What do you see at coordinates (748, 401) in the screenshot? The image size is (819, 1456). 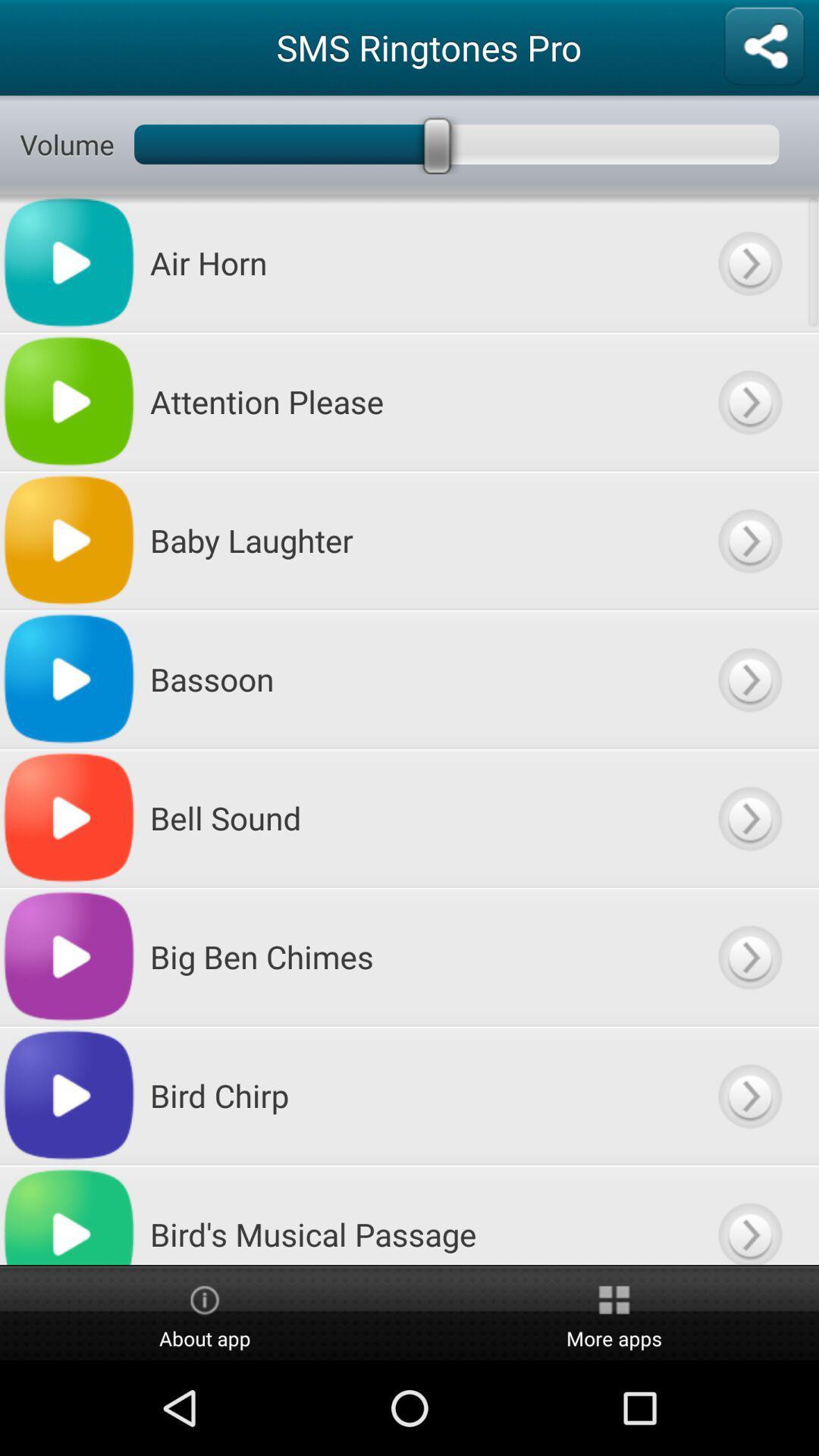 I see `attention please` at bounding box center [748, 401].